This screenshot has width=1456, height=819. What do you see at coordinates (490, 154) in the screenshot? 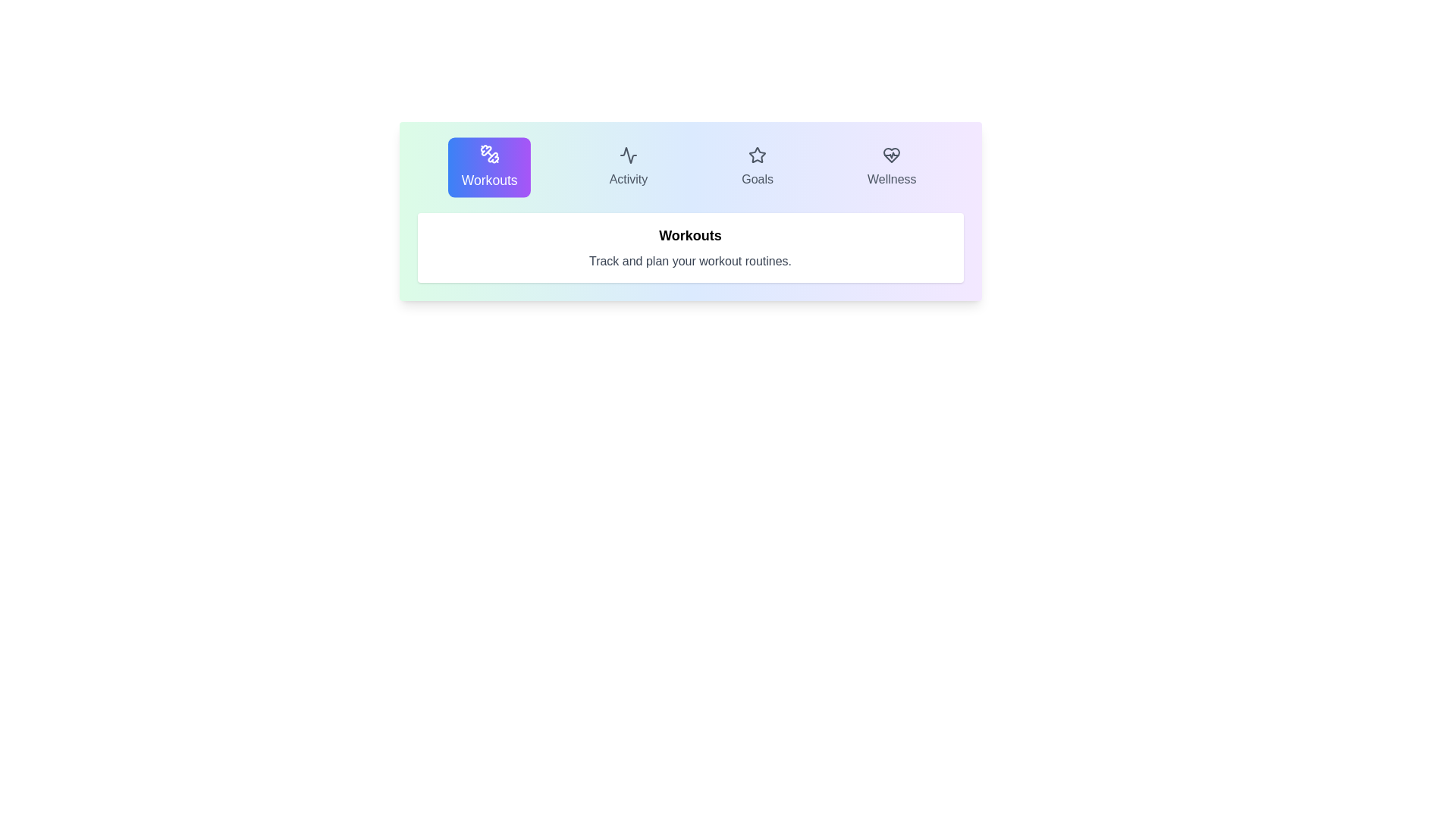
I see `the decorative icon of crossed dumbbells located in the navigational block` at bounding box center [490, 154].